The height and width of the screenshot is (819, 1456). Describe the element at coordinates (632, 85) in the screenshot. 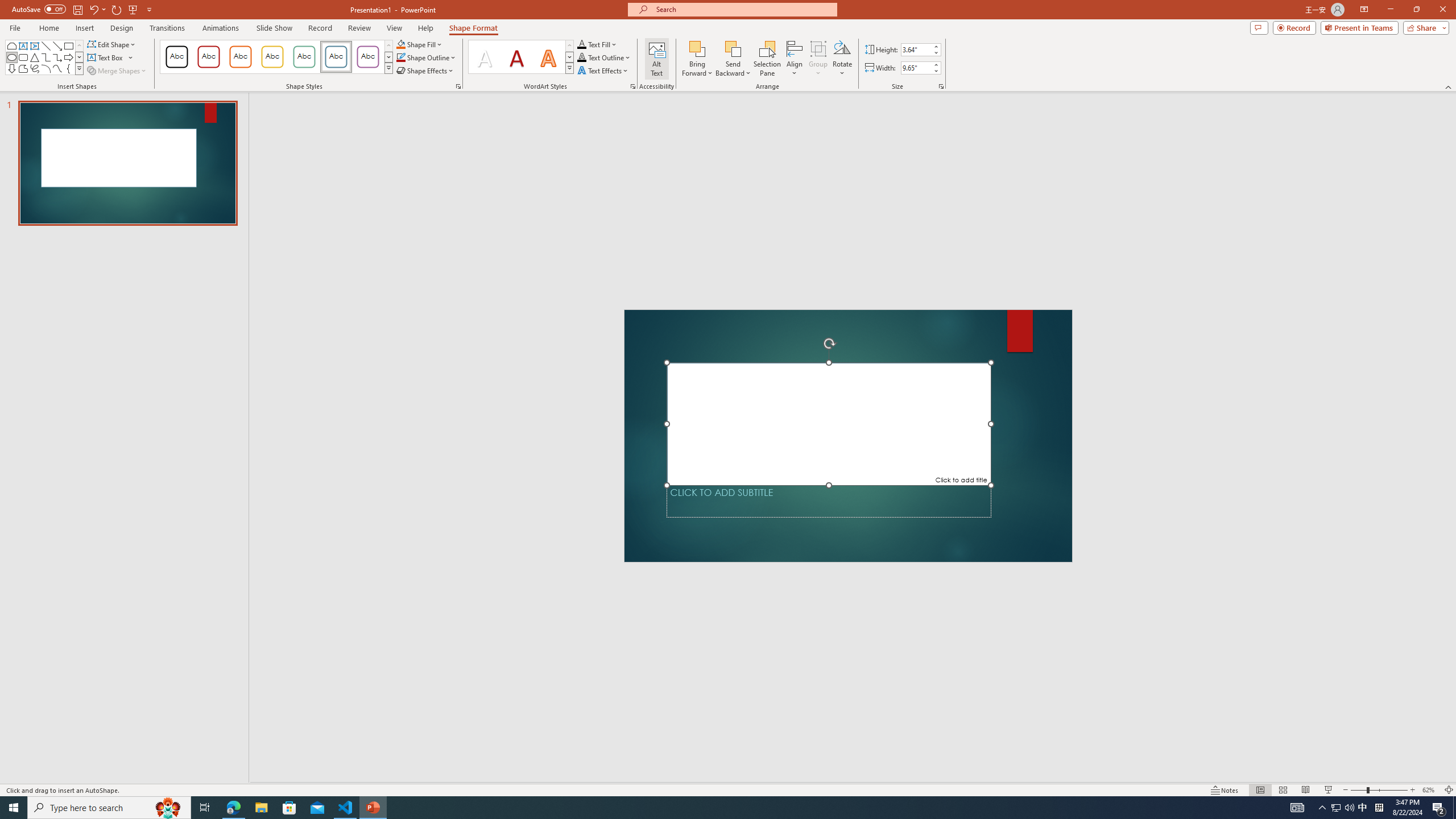

I see `'Format Text Effects...'` at that location.